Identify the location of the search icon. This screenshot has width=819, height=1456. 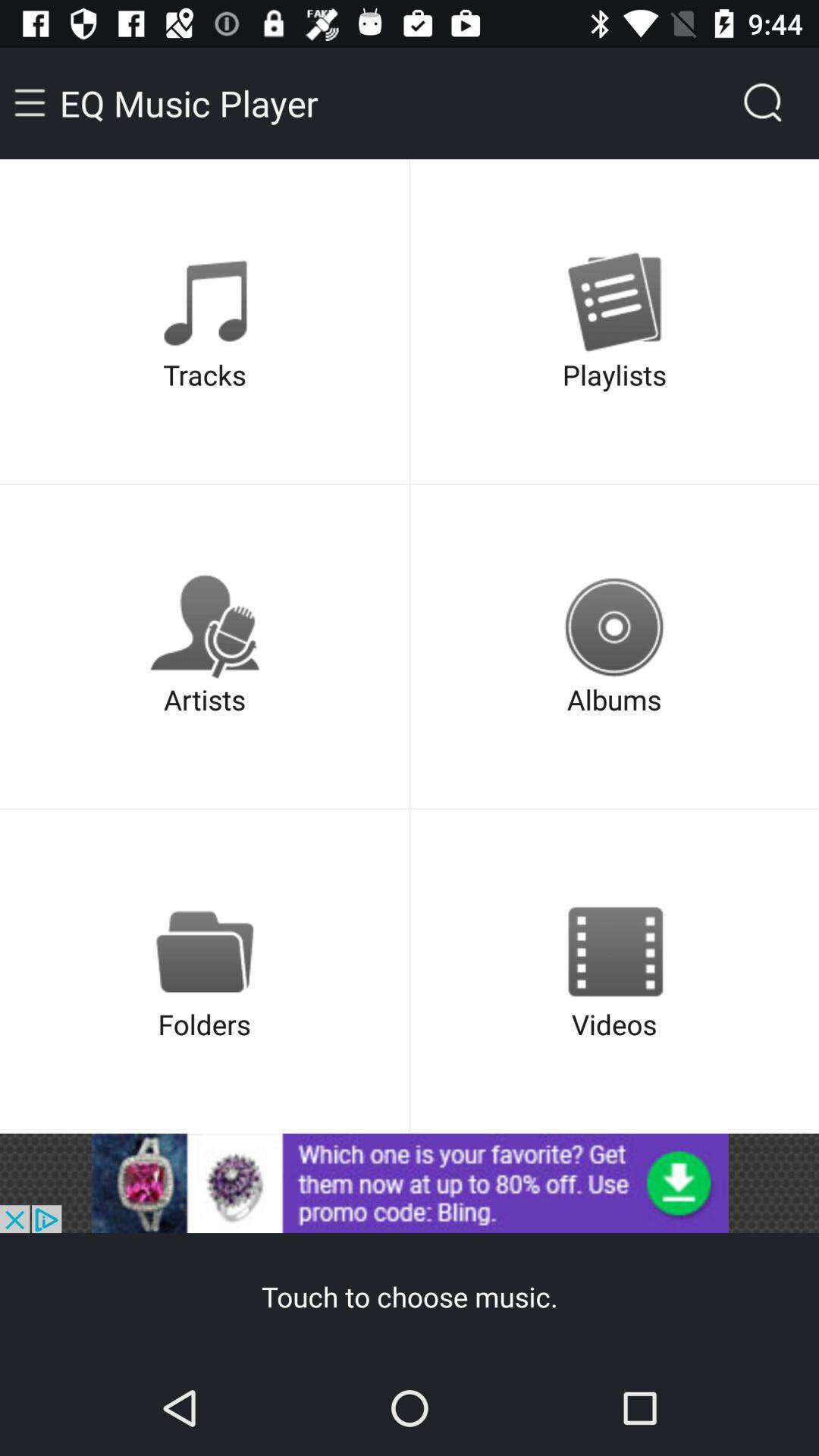
(763, 102).